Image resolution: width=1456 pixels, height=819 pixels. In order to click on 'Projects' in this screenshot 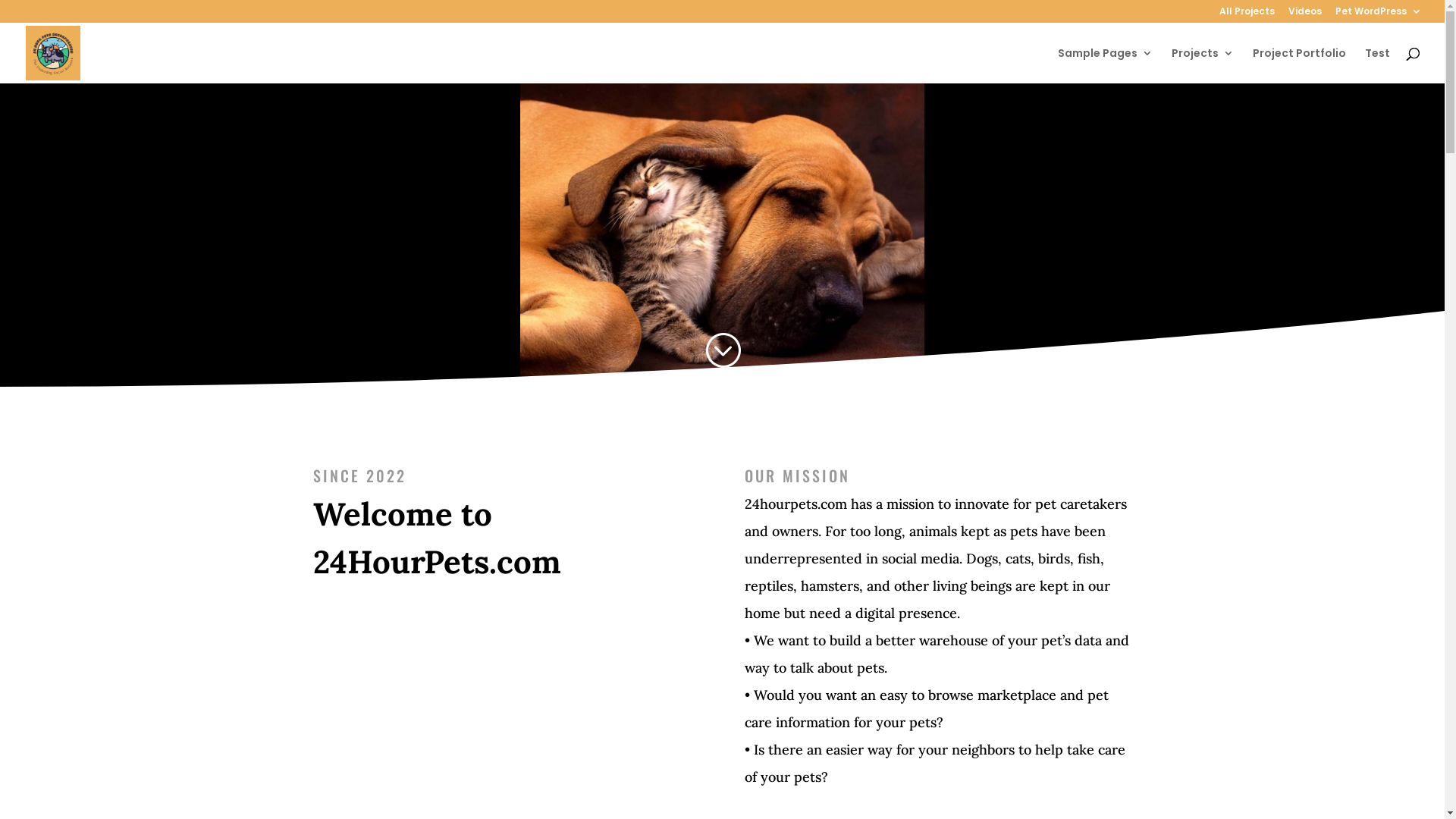, I will do `click(1201, 64)`.